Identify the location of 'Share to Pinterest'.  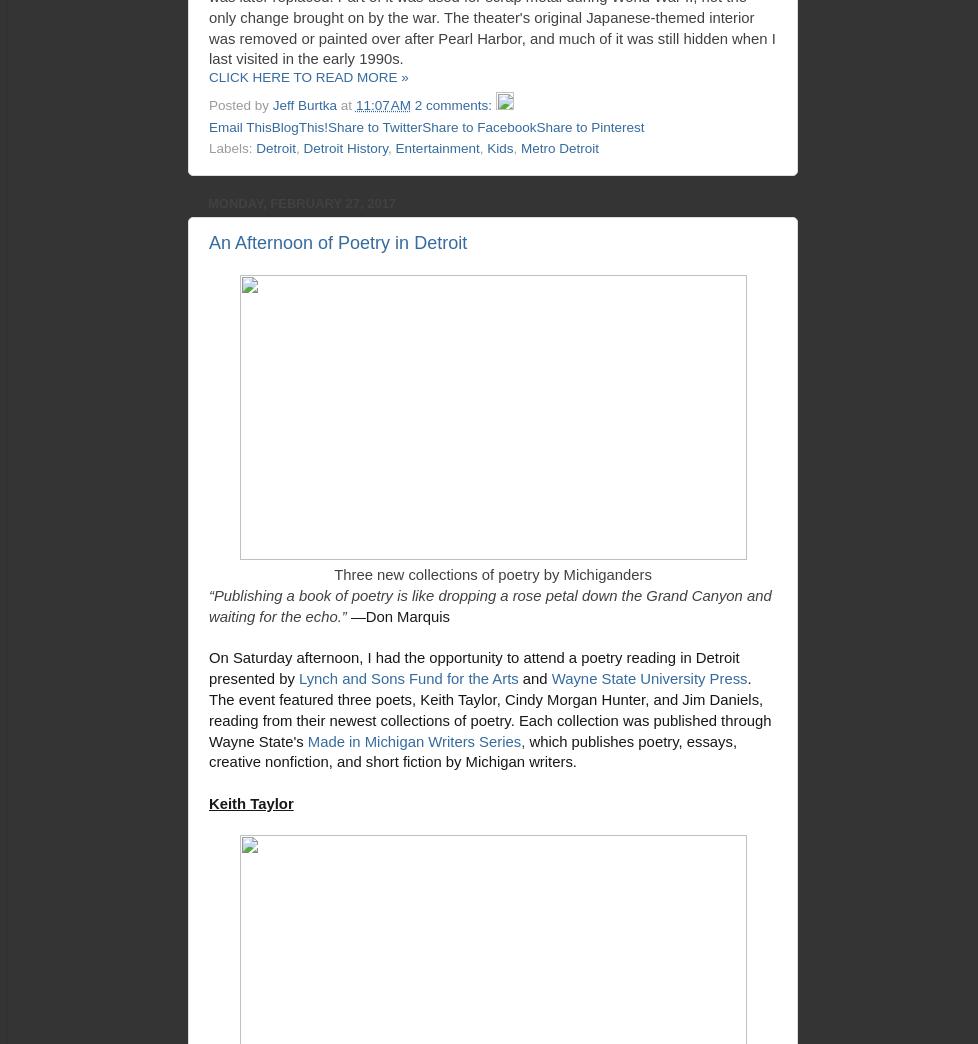
(536, 126).